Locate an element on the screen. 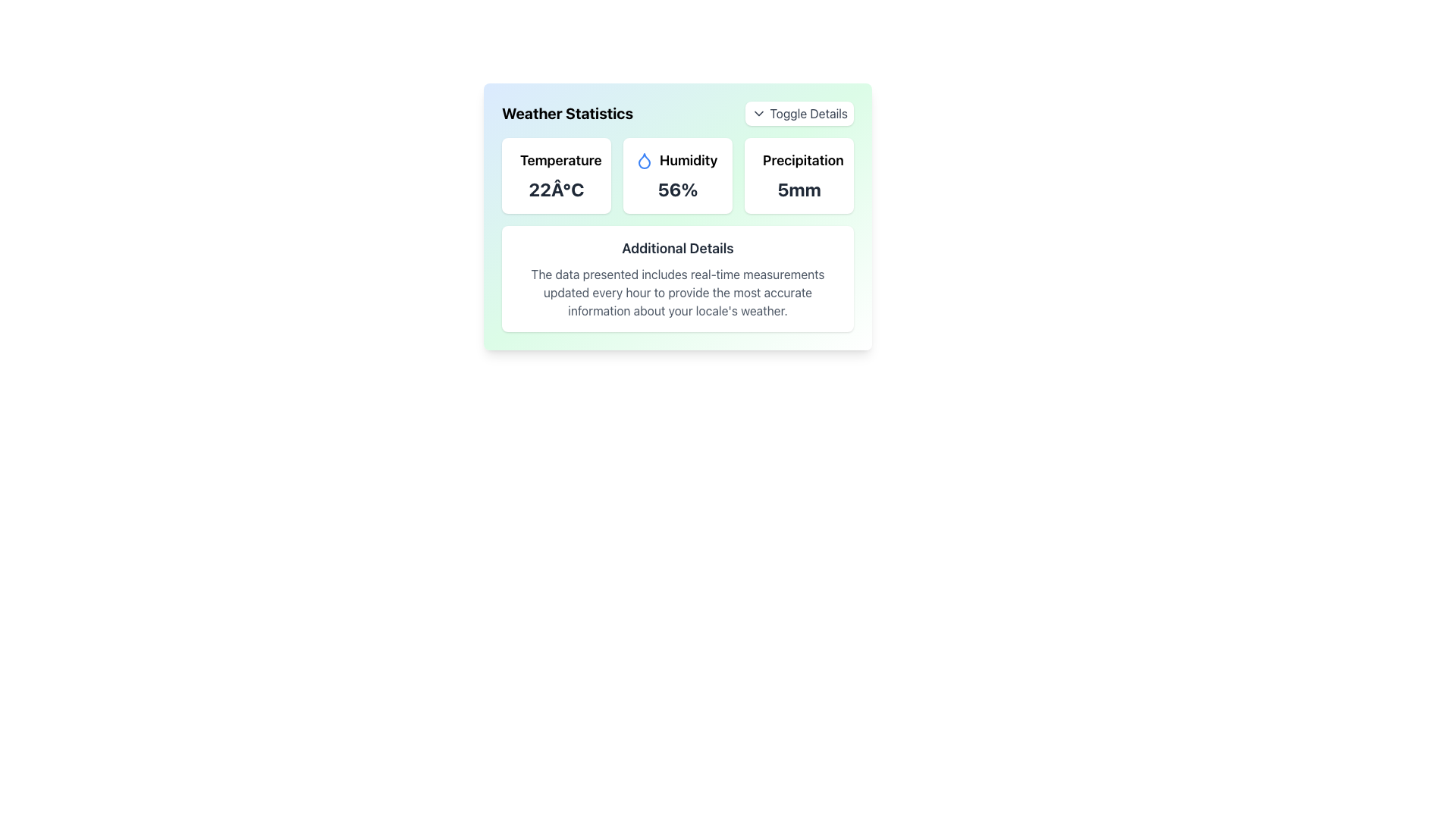 This screenshot has height=819, width=1456. the button located to the right of the 'Weather Statistics' heading is located at coordinates (799, 113).